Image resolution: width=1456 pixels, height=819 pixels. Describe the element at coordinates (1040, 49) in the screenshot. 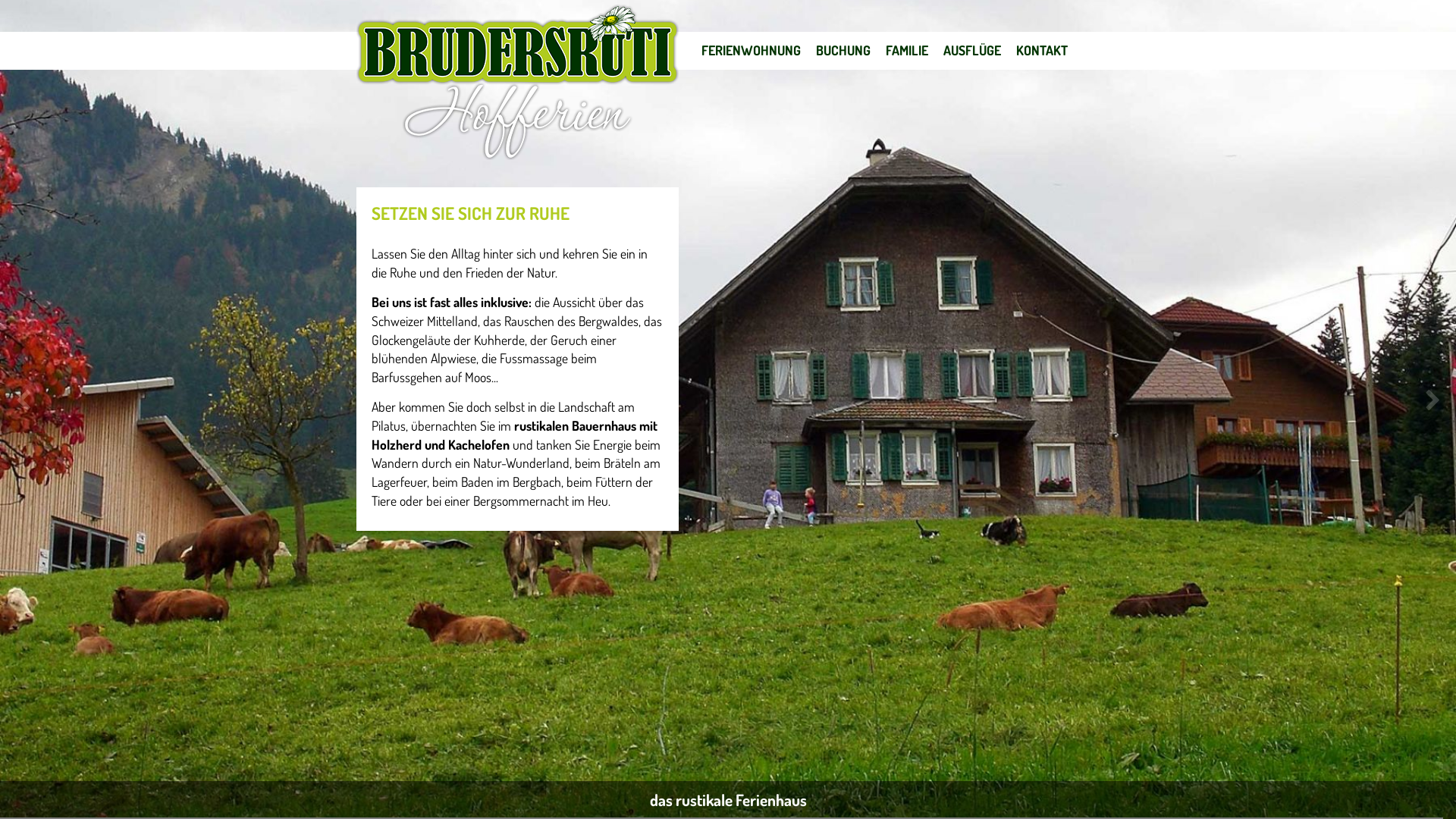

I see `'KONTAKT'` at that location.